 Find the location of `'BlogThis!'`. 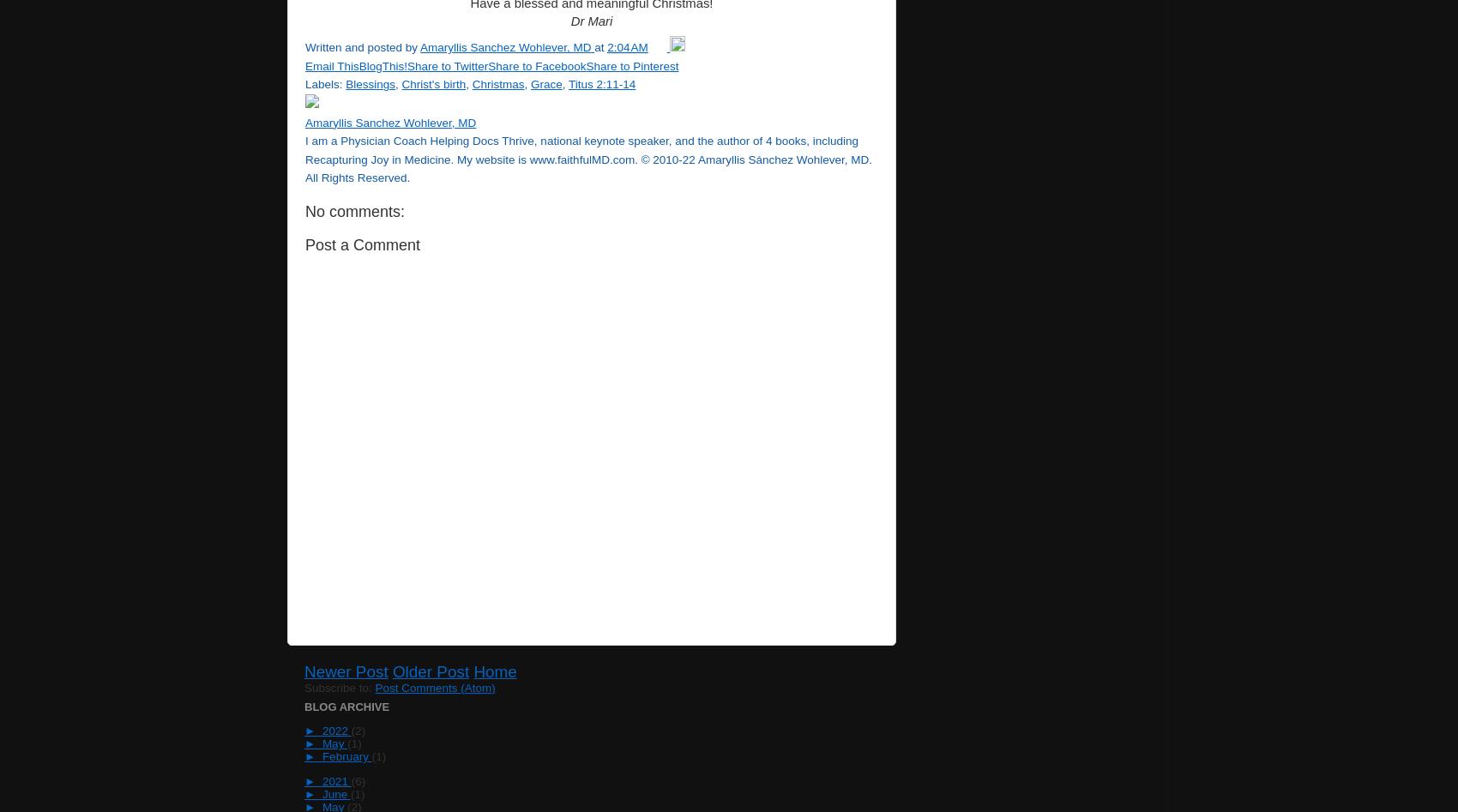

'BlogThis!' is located at coordinates (383, 65).